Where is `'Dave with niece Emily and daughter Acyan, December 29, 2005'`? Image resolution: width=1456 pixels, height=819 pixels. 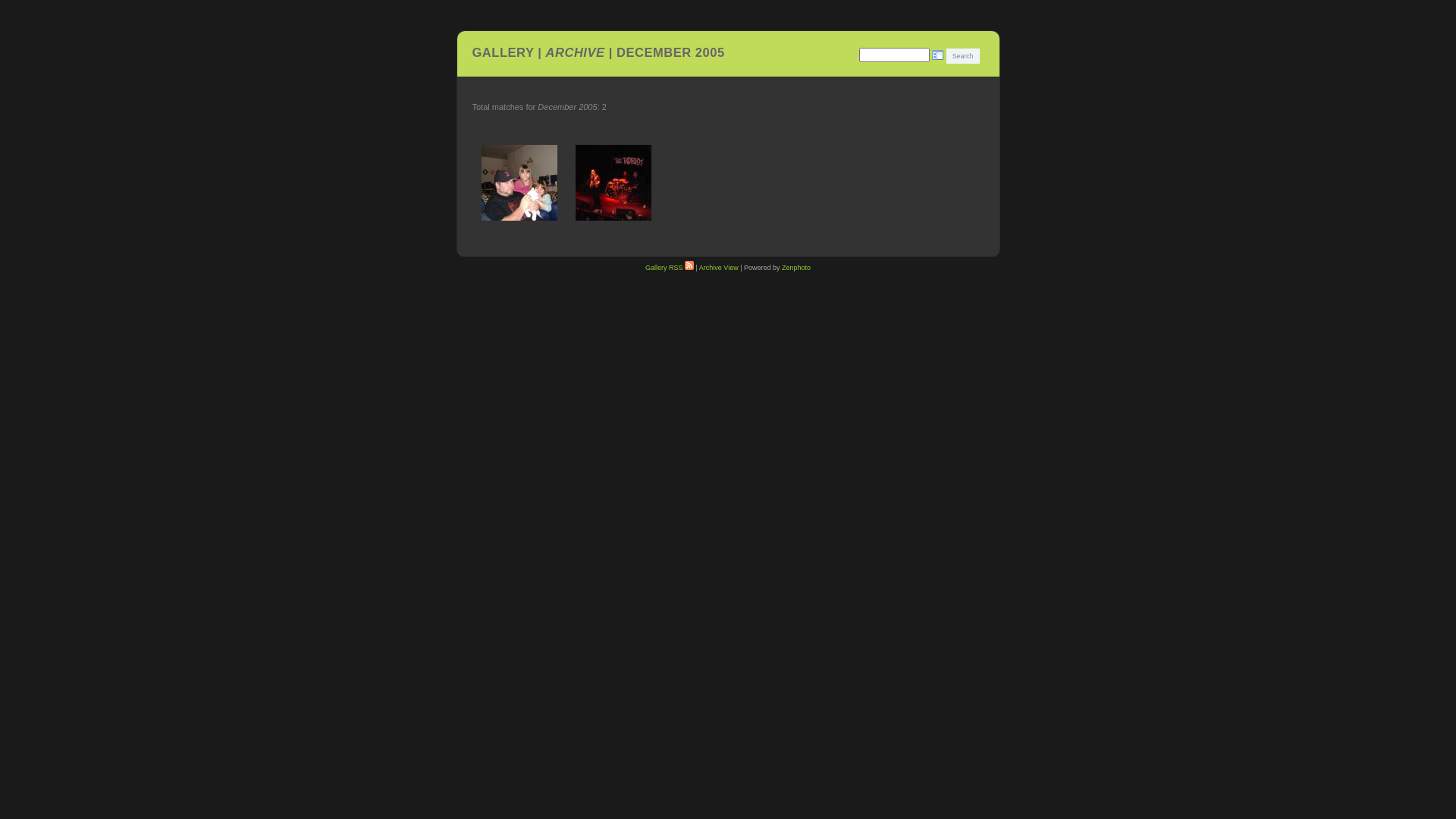
'Dave with niece Emily and daughter Acyan, December 29, 2005' is located at coordinates (475, 181).